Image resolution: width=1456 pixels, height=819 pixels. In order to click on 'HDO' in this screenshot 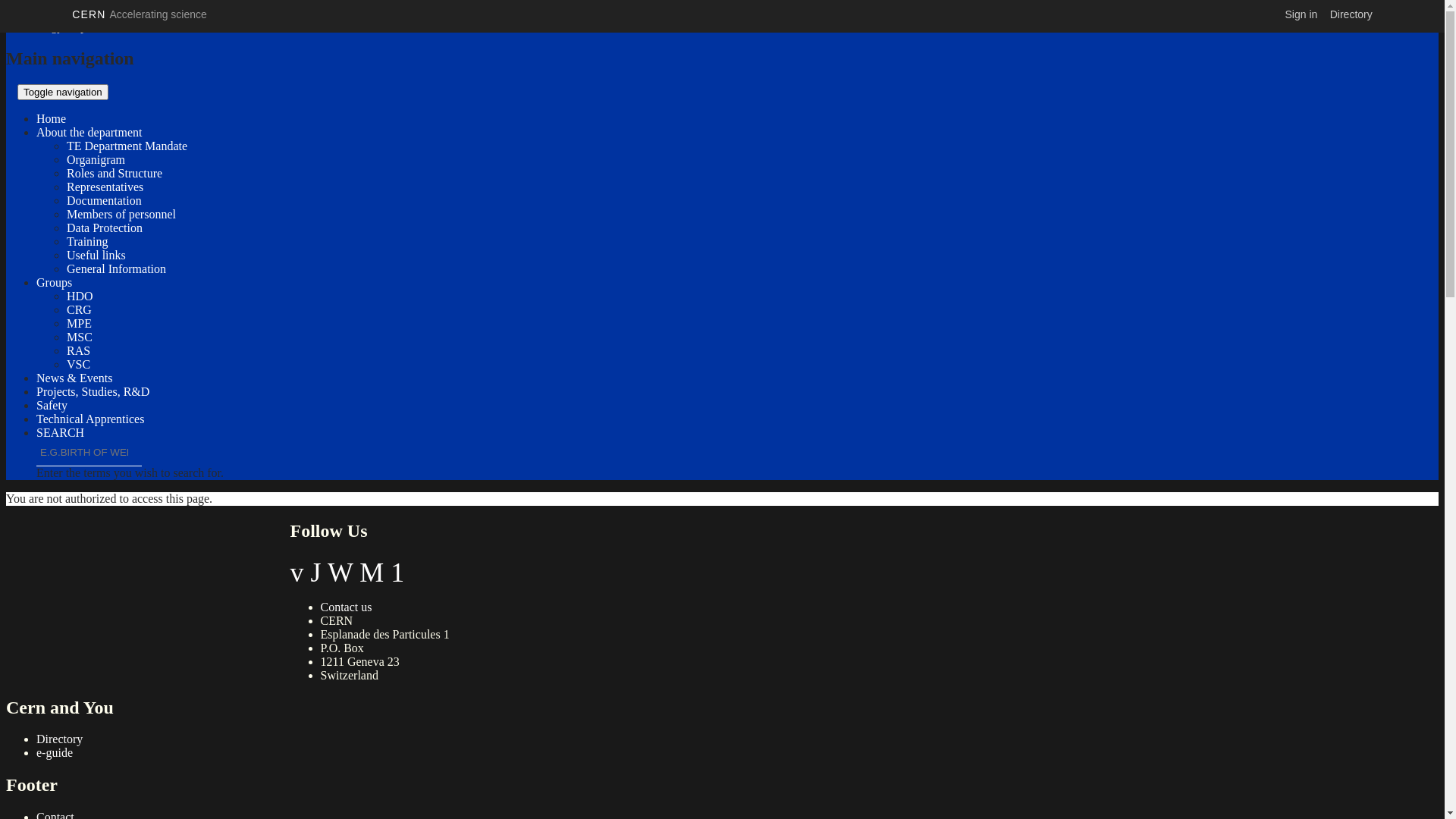, I will do `click(79, 296)`.